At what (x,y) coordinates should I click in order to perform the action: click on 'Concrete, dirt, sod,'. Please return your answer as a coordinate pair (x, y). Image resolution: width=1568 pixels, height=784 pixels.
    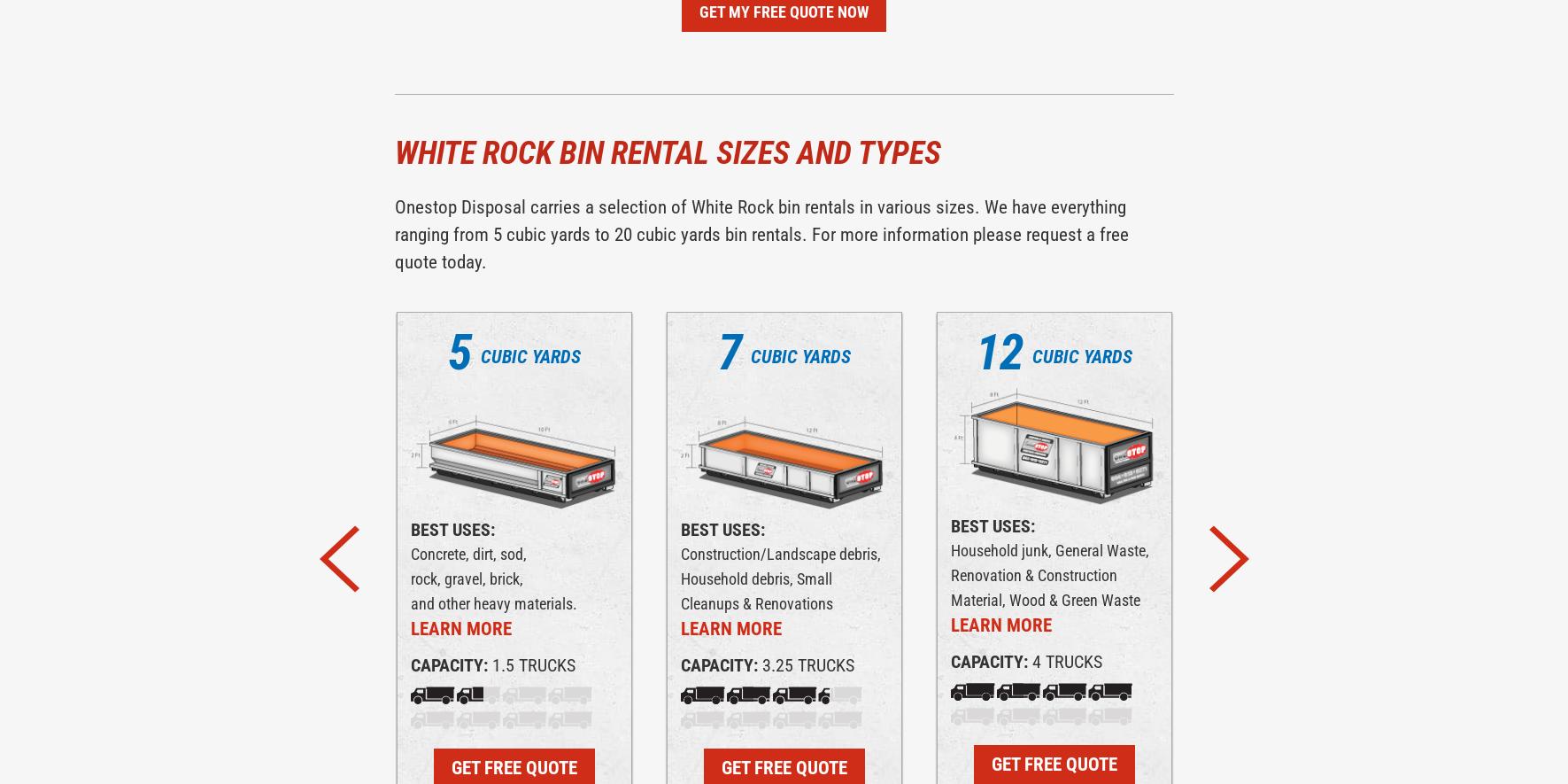
    Looking at the image, I should click on (467, 552).